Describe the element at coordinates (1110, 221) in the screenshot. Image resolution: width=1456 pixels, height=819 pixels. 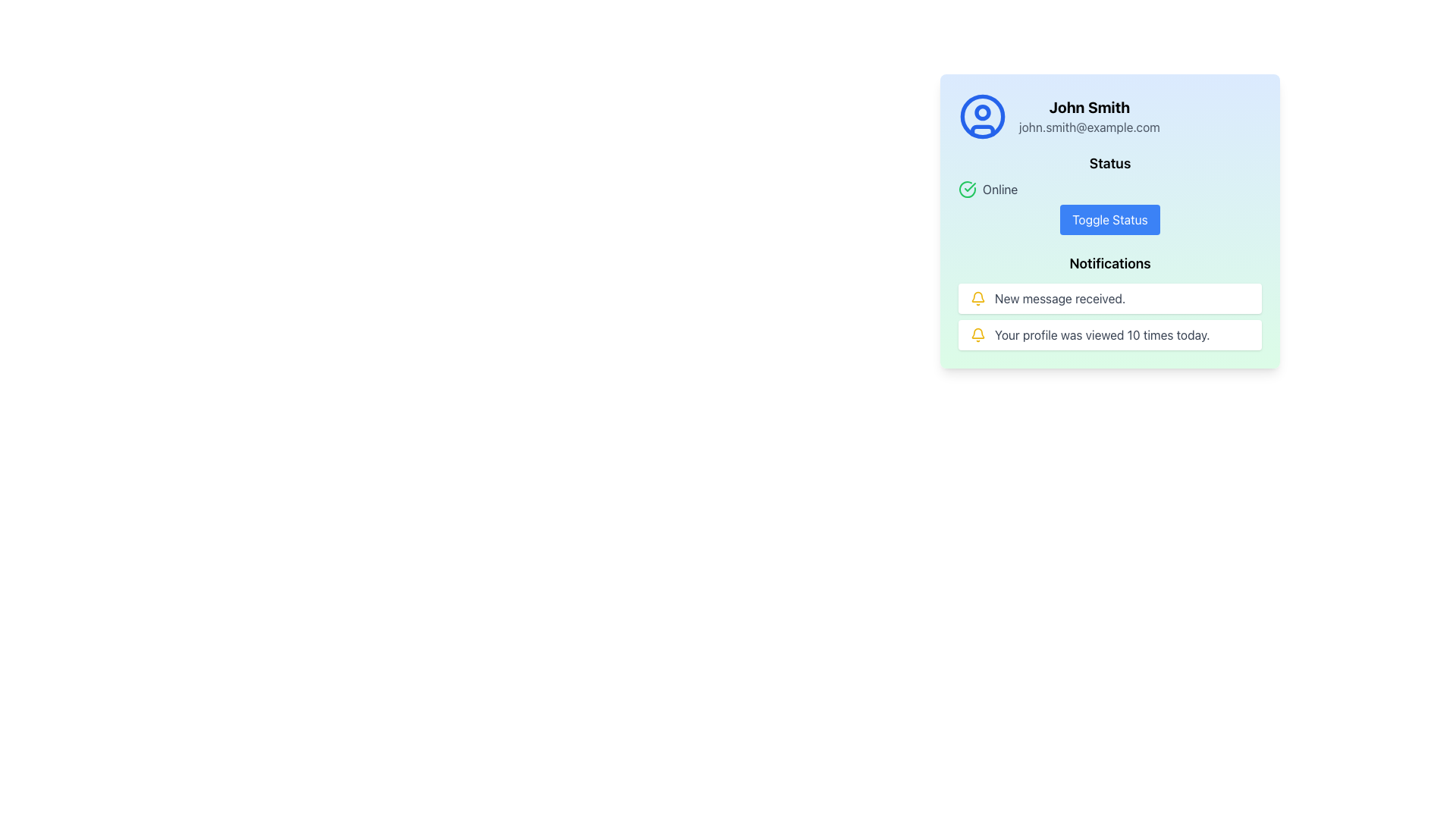
I see `the toggle button located in the middle of the card component, below the 'Status' heading and above the 'Notifications' heading` at that location.